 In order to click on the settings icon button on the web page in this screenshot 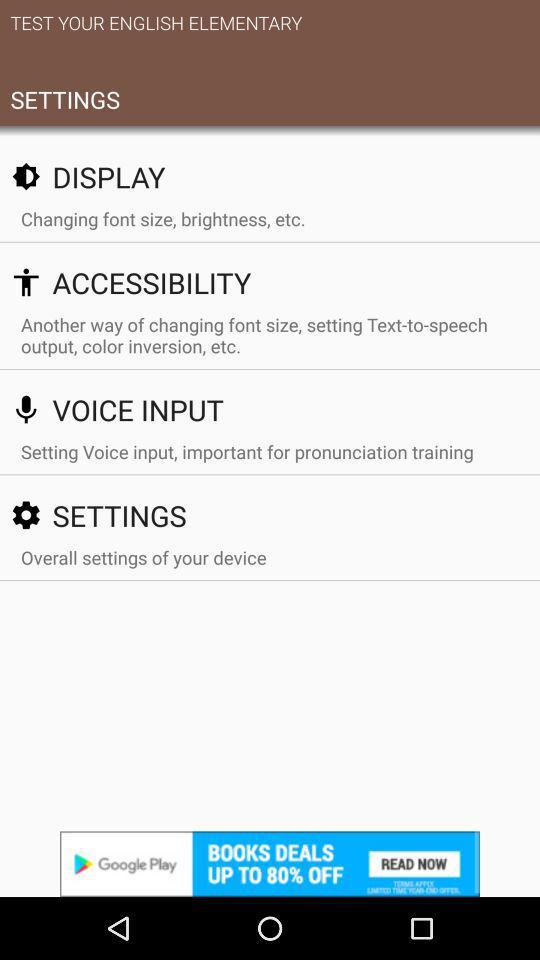, I will do `click(25, 514)`.